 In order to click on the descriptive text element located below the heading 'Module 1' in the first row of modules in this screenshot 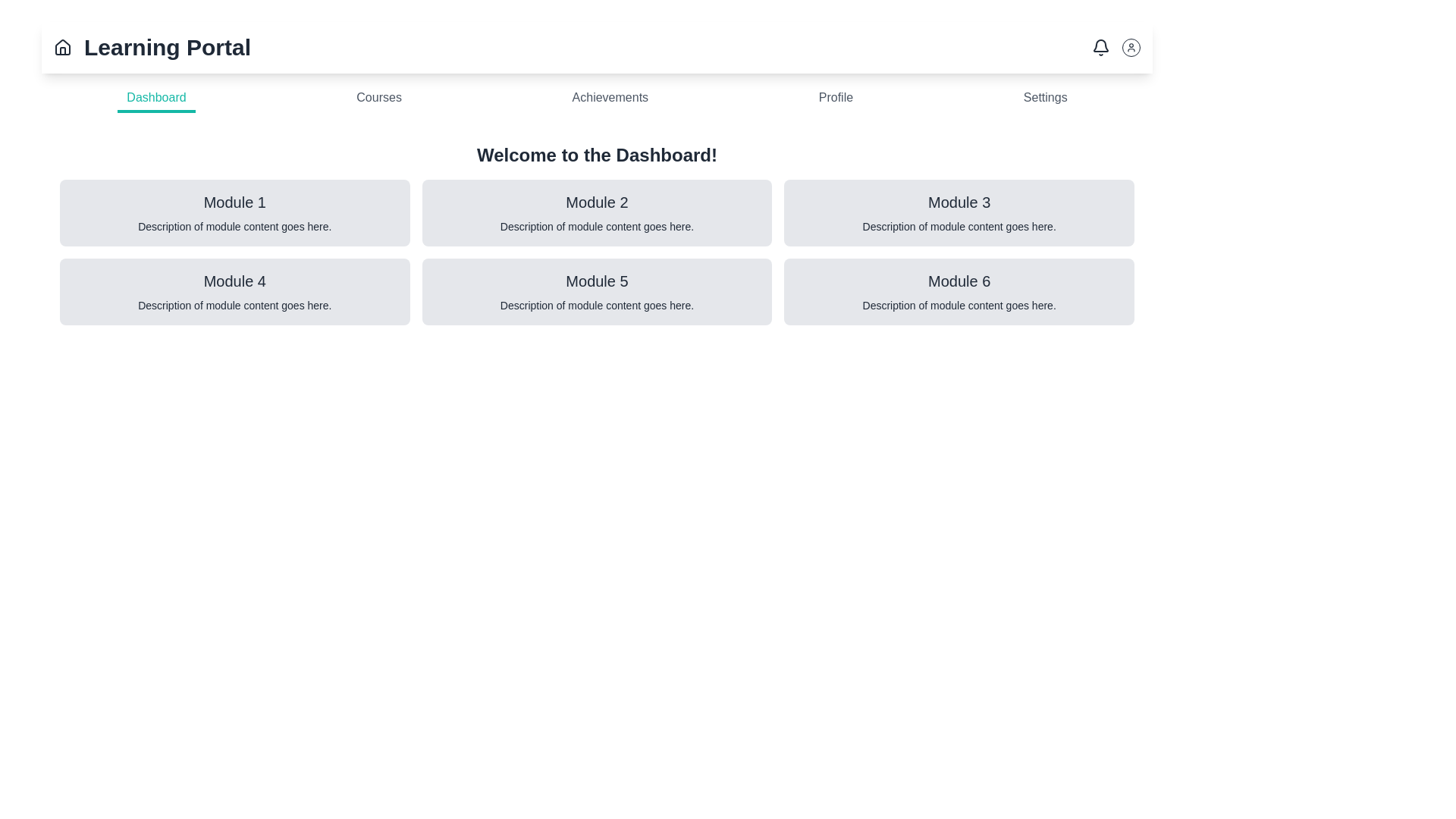, I will do `click(234, 227)`.